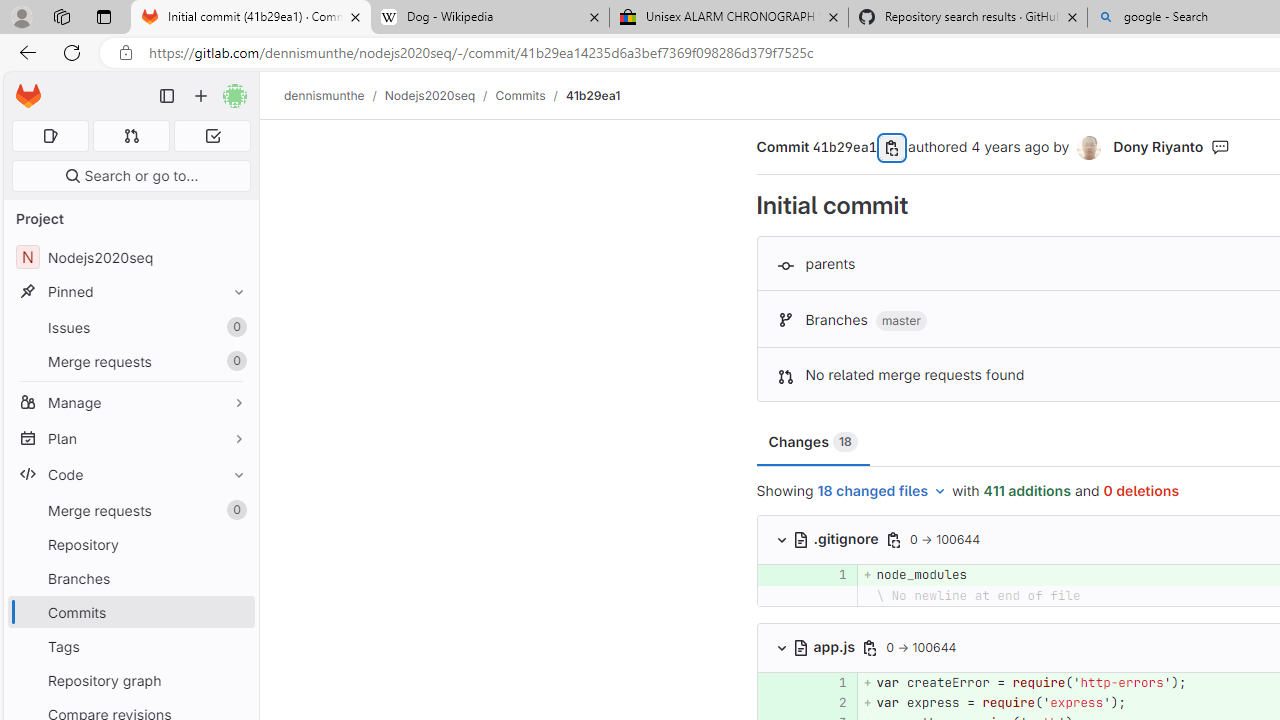 The width and height of the screenshot is (1280, 720). Describe the element at coordinates (334, 95) in the screenshot. I see `'dennismunthe/'` at that location.